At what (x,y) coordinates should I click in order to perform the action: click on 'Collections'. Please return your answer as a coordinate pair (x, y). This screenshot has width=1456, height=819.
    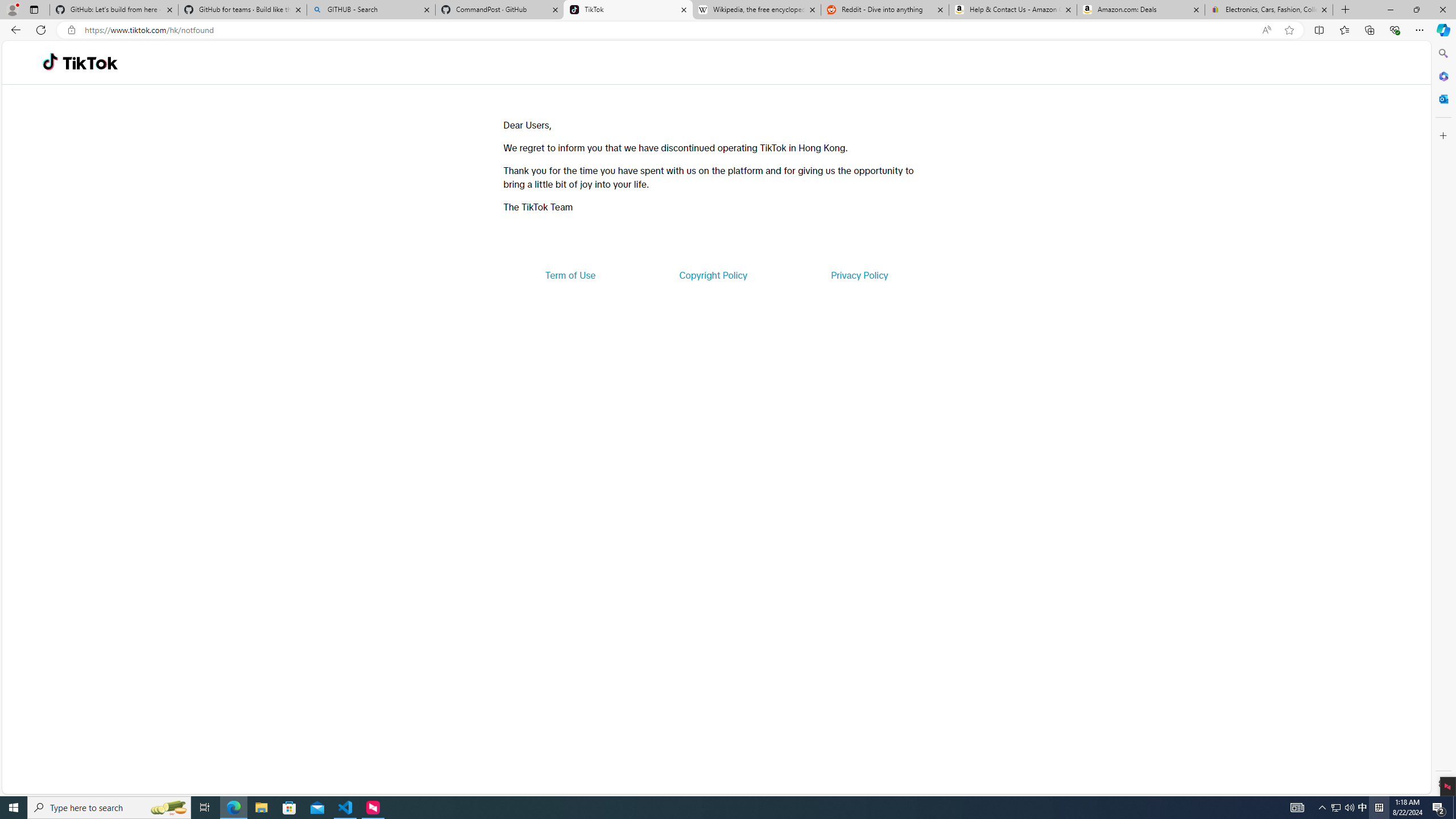
    Looking at the image, I should click on (1368, 29).